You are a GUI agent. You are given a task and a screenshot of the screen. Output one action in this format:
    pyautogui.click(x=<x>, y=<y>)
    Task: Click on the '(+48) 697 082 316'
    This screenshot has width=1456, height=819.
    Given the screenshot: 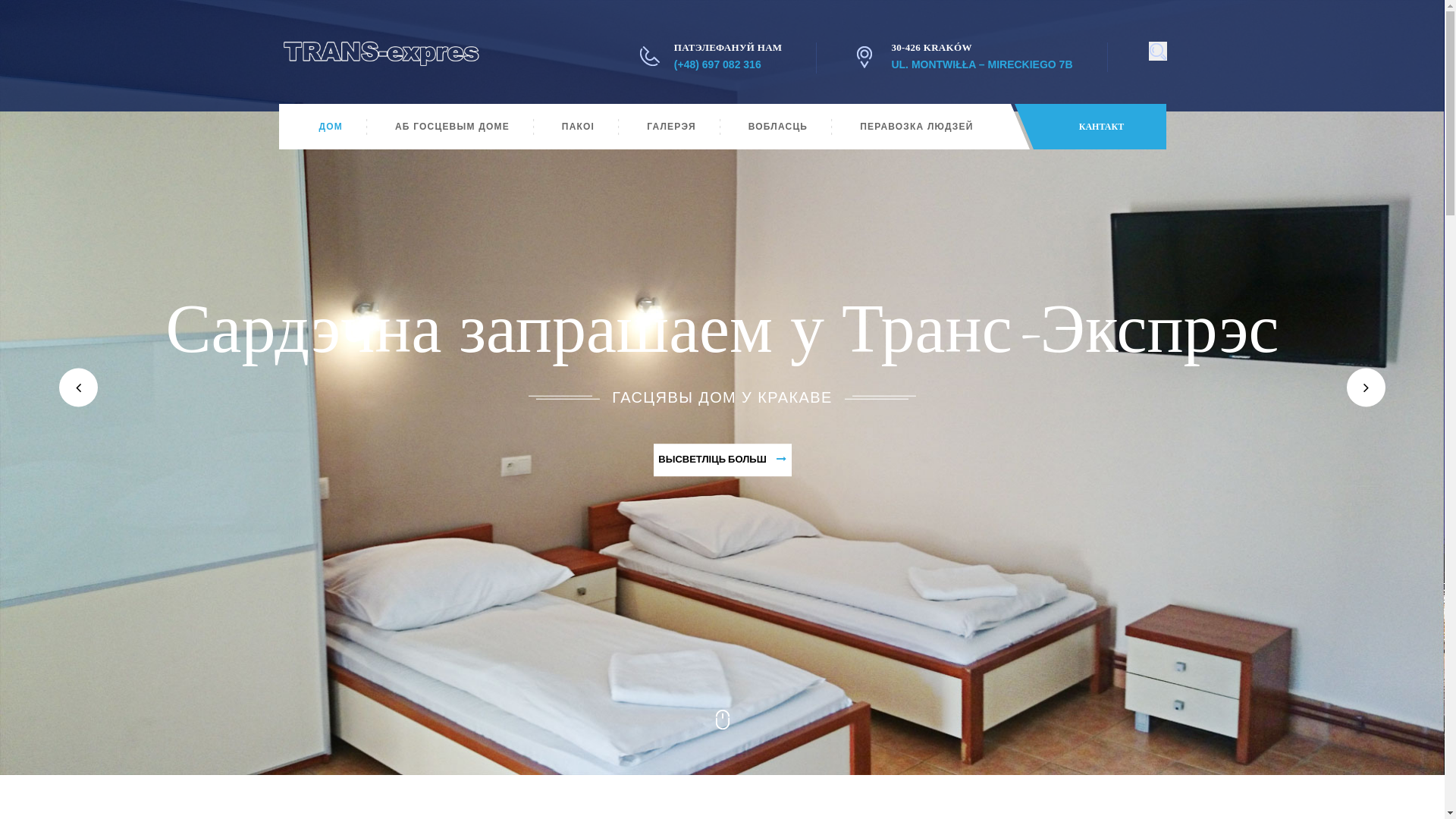 What is the action you would take?
    pyautogui.click(x=717, y=63)
    